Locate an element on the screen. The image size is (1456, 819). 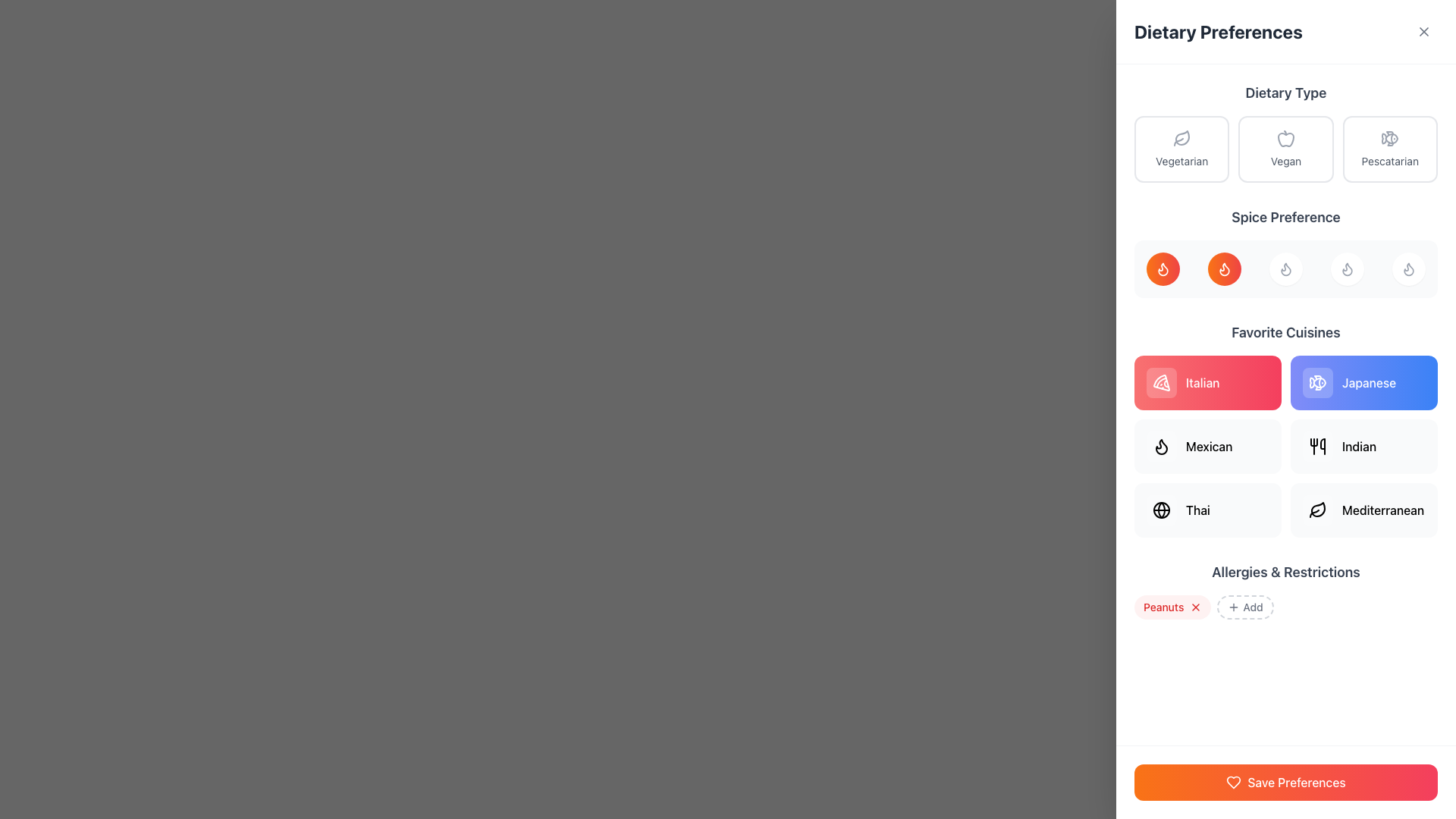
the 'Thai' text label in the 'Favorite Cuisines' section is located at coordinates (1197, 510).